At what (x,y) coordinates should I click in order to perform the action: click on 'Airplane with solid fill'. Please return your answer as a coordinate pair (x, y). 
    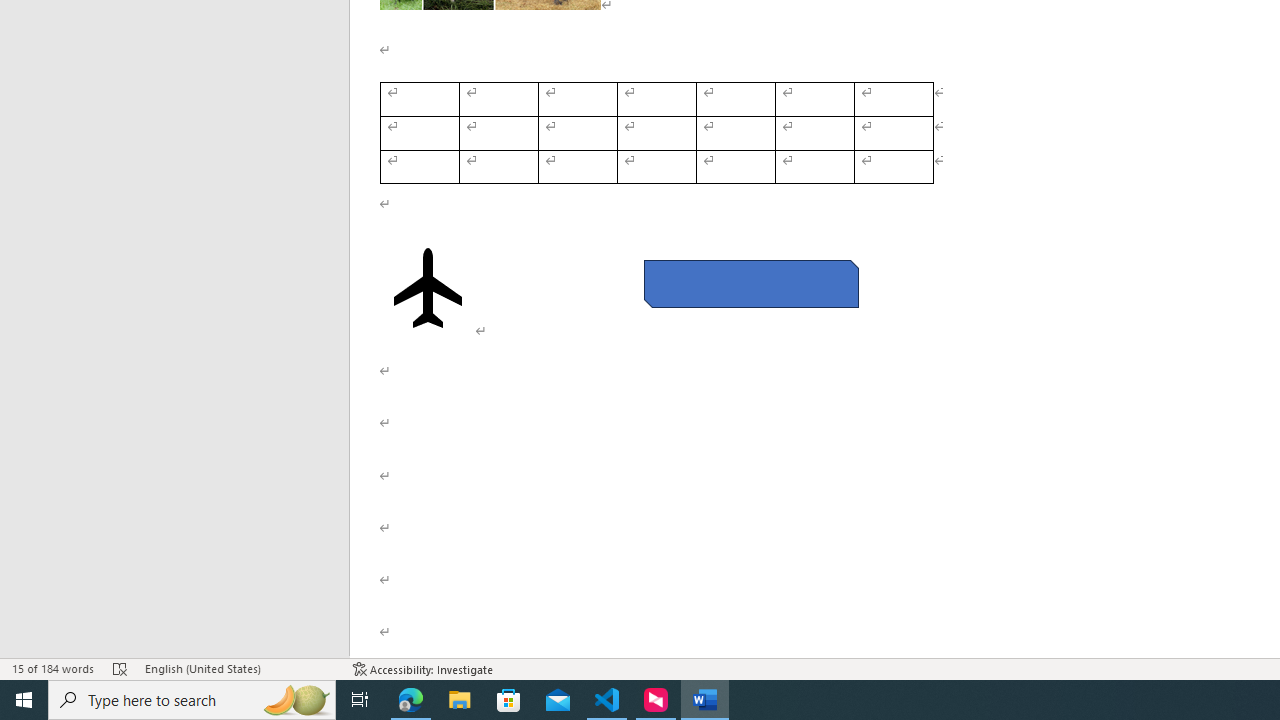
    Looking at the image, I should click on (427, 288).